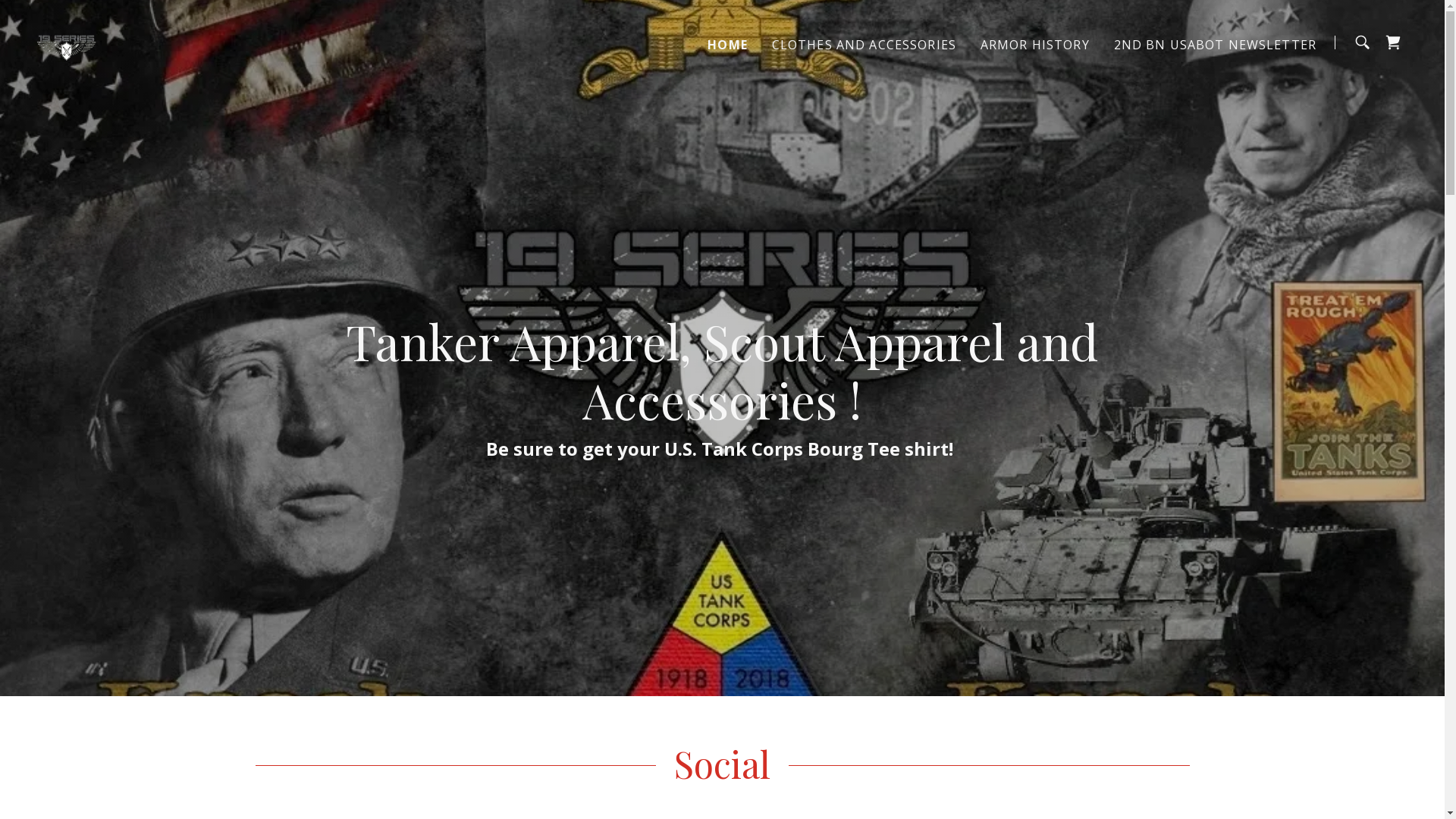  What do you see at coordinates (767, 42) in the screenshot?
I see `'CLOTHES AND ACCESSORIES'` at bounding box center [767, 42].